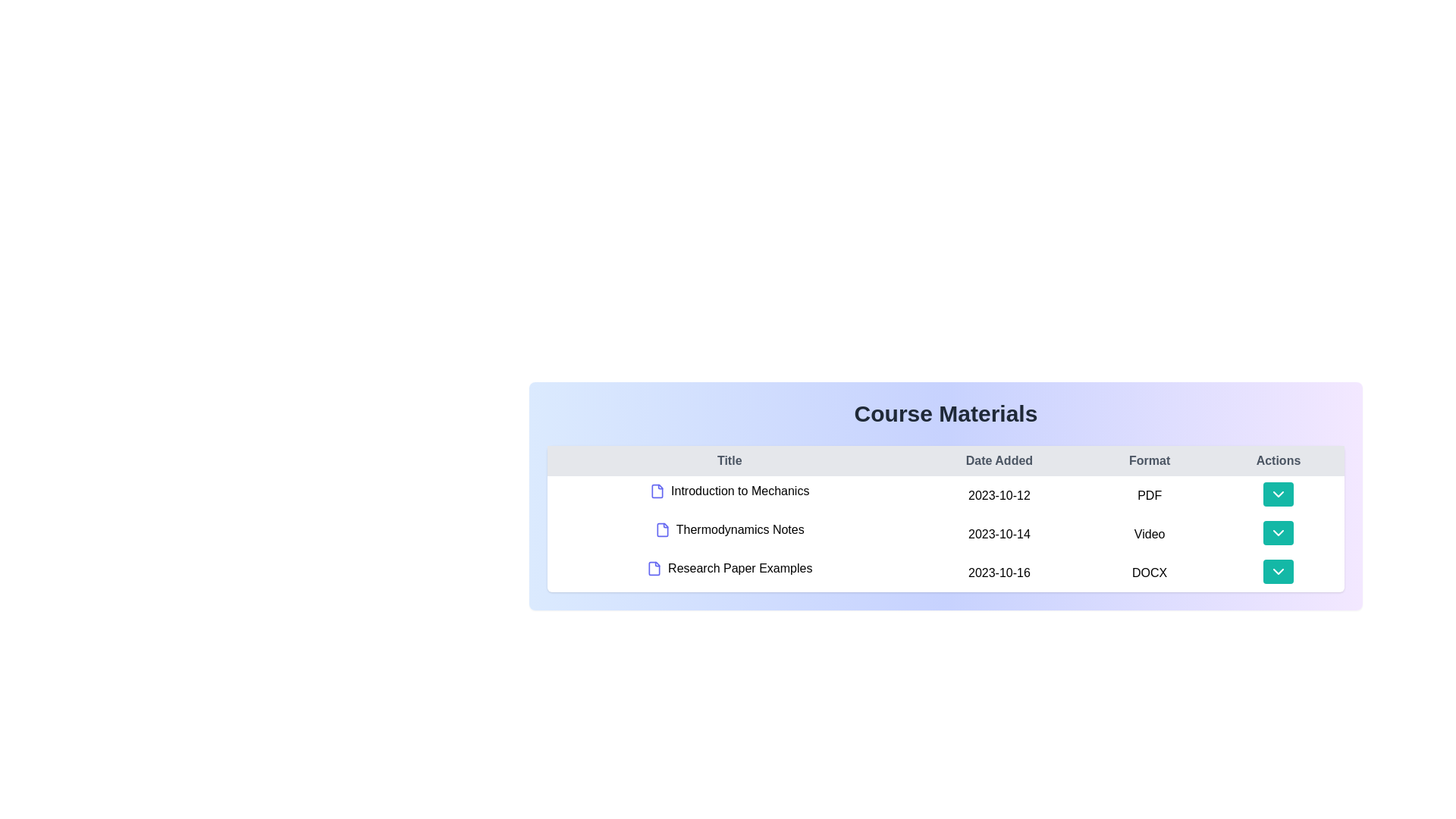 This screenshot has height=819, width=1456. I want to click on the teal-colored rounded button icon in the 'Actions' column of the third row in the 'Course Materials' table, so click(1277, 571).